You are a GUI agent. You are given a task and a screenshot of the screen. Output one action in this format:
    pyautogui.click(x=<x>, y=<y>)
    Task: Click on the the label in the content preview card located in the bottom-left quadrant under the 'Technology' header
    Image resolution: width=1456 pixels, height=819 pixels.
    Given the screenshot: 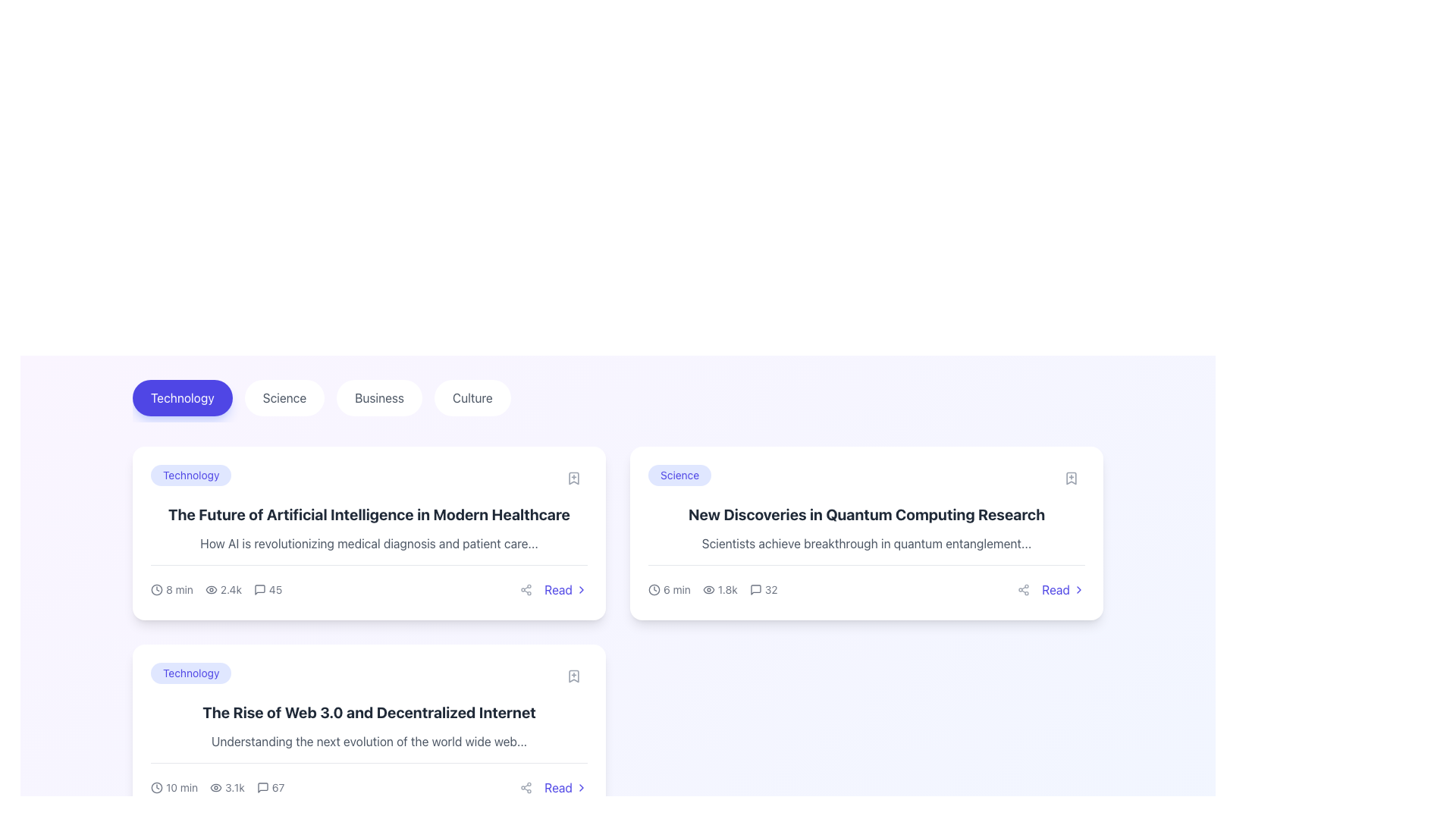 What is the action you would take?
    pyautogui.click(x=369, y=730)
    